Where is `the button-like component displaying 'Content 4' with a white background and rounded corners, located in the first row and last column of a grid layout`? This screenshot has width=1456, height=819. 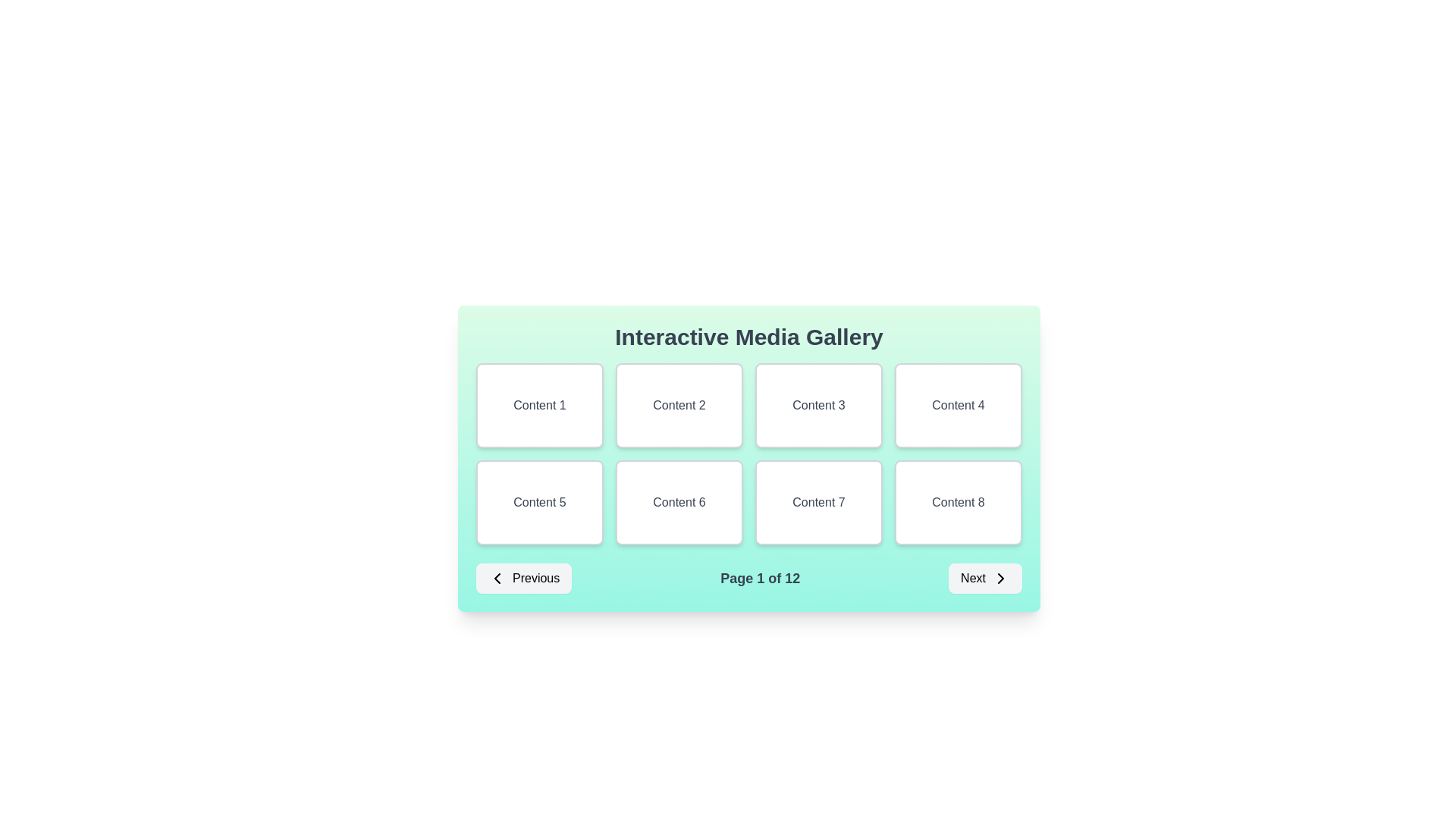
the button-like component displaying 'Content 4' with a white background and rounded corners, located in the first row and last column of a grid layout is located at coordinates (957, 405).